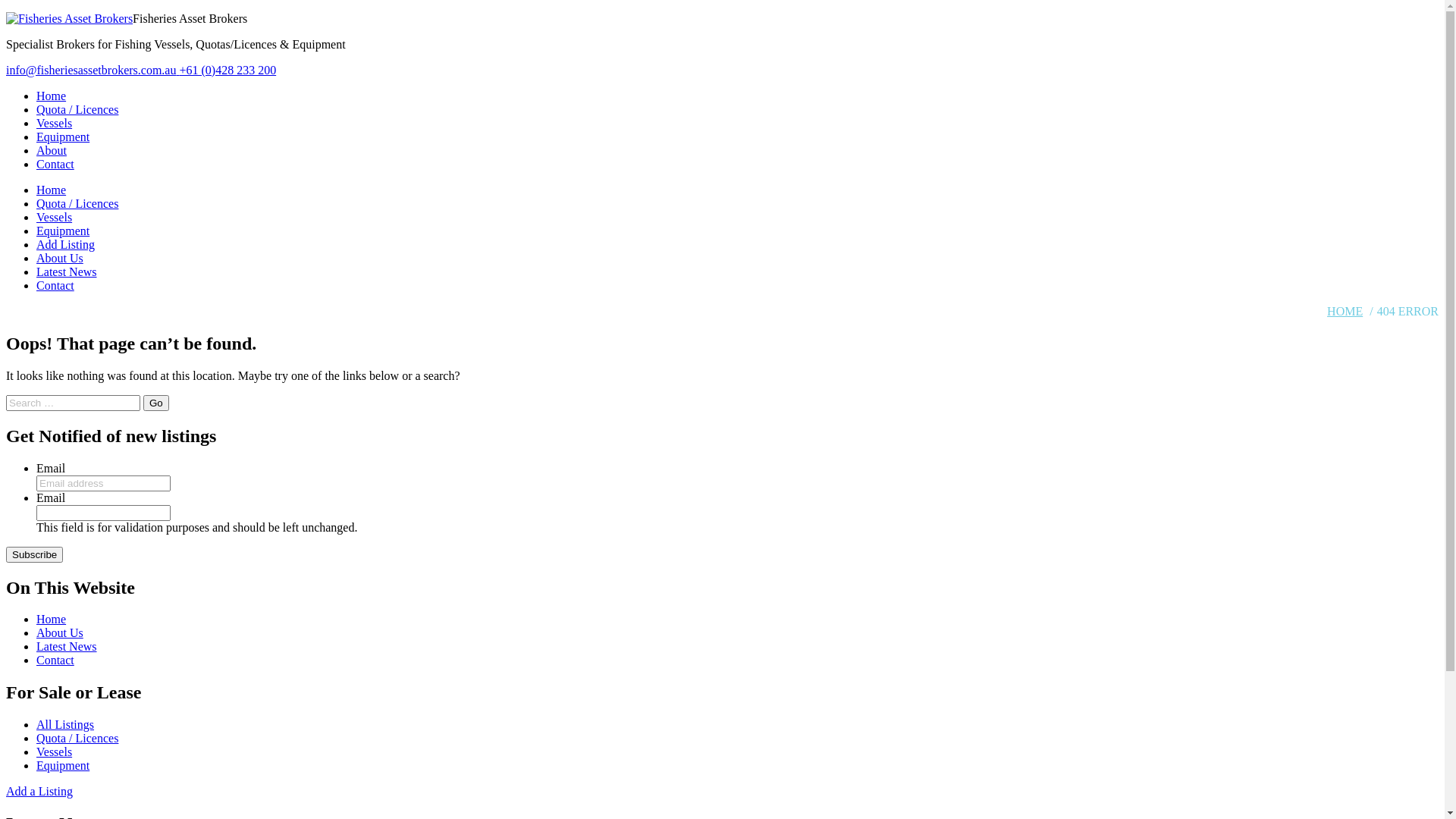  What do you see at coordinates (143, 402) in the screenshot?
I see `'Go'` at bounding box center [143, 402].